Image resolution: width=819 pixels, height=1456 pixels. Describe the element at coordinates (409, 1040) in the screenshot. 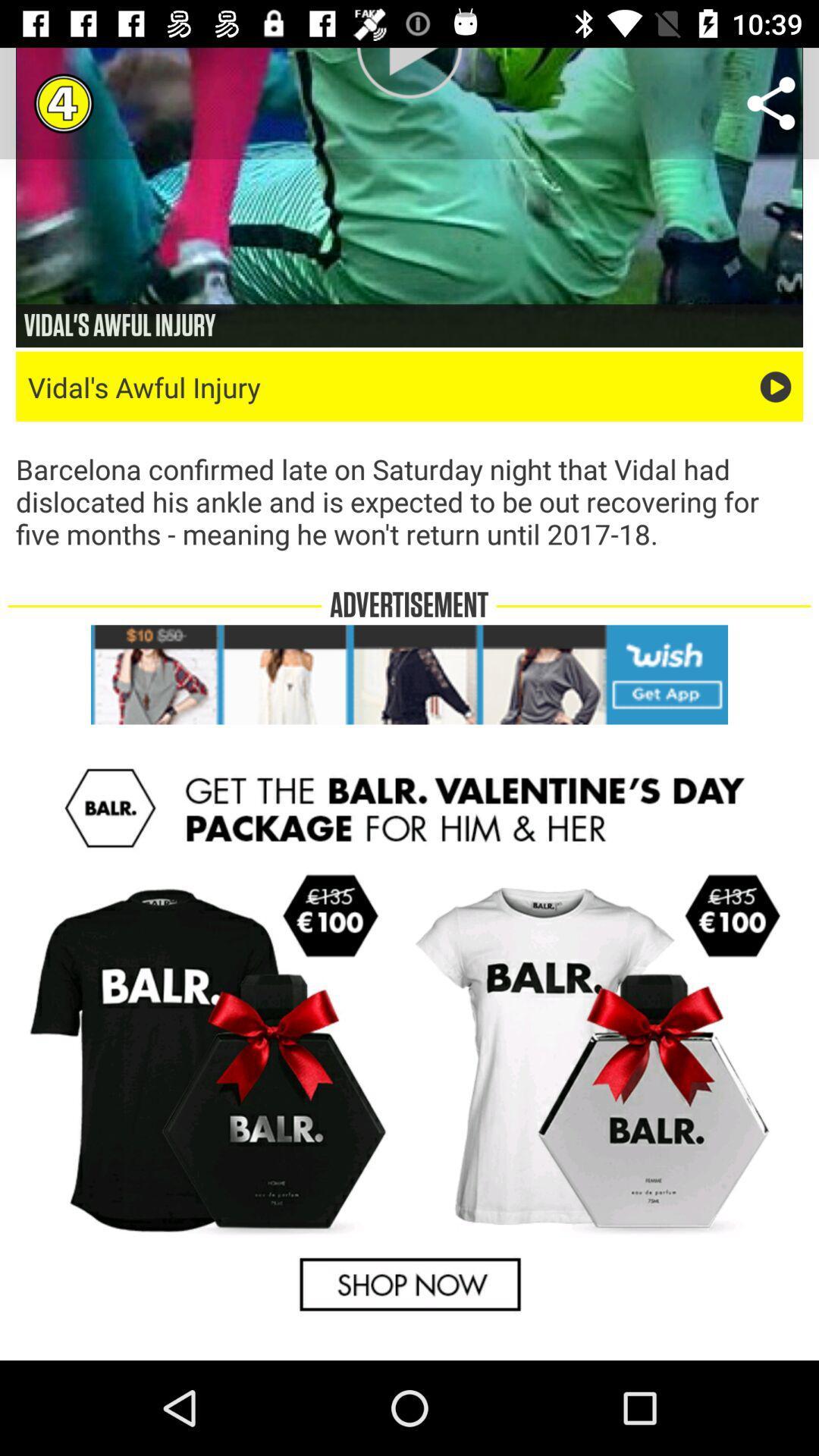

I see `advertisement` at that location.